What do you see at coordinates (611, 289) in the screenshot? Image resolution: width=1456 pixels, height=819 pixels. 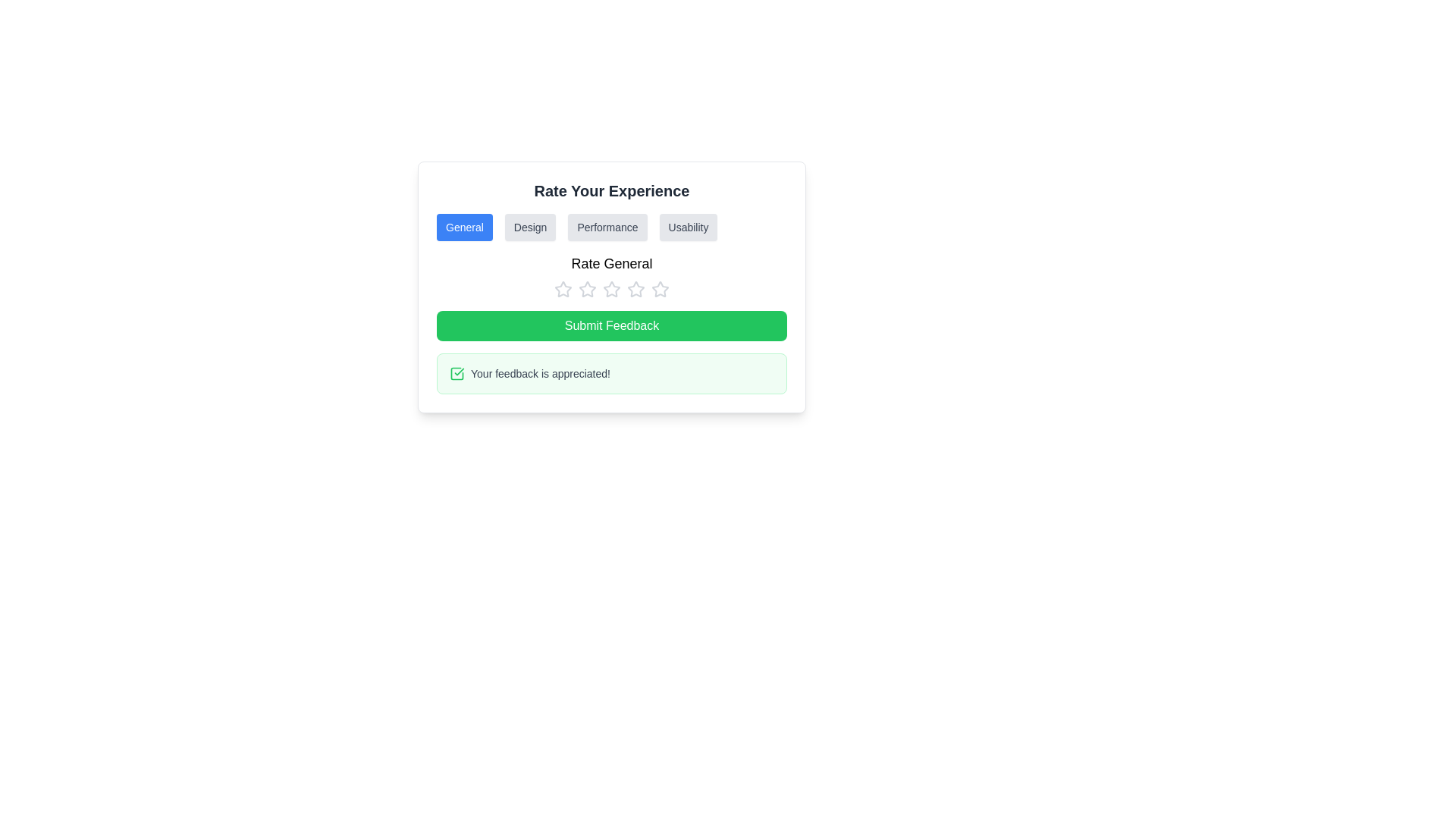 I see `the third star in the series of five rating stars located in the 'Rate General' panel within the 'Rate Your Experience' section` at bounding box center [611, 289].